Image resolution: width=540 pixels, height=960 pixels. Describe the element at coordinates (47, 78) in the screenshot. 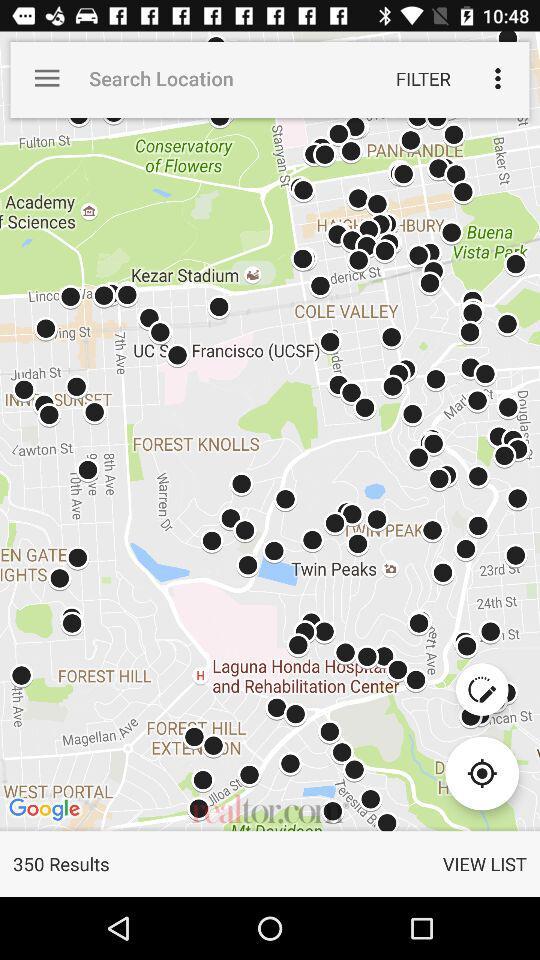

I see `icon next to the search location item` at that location.